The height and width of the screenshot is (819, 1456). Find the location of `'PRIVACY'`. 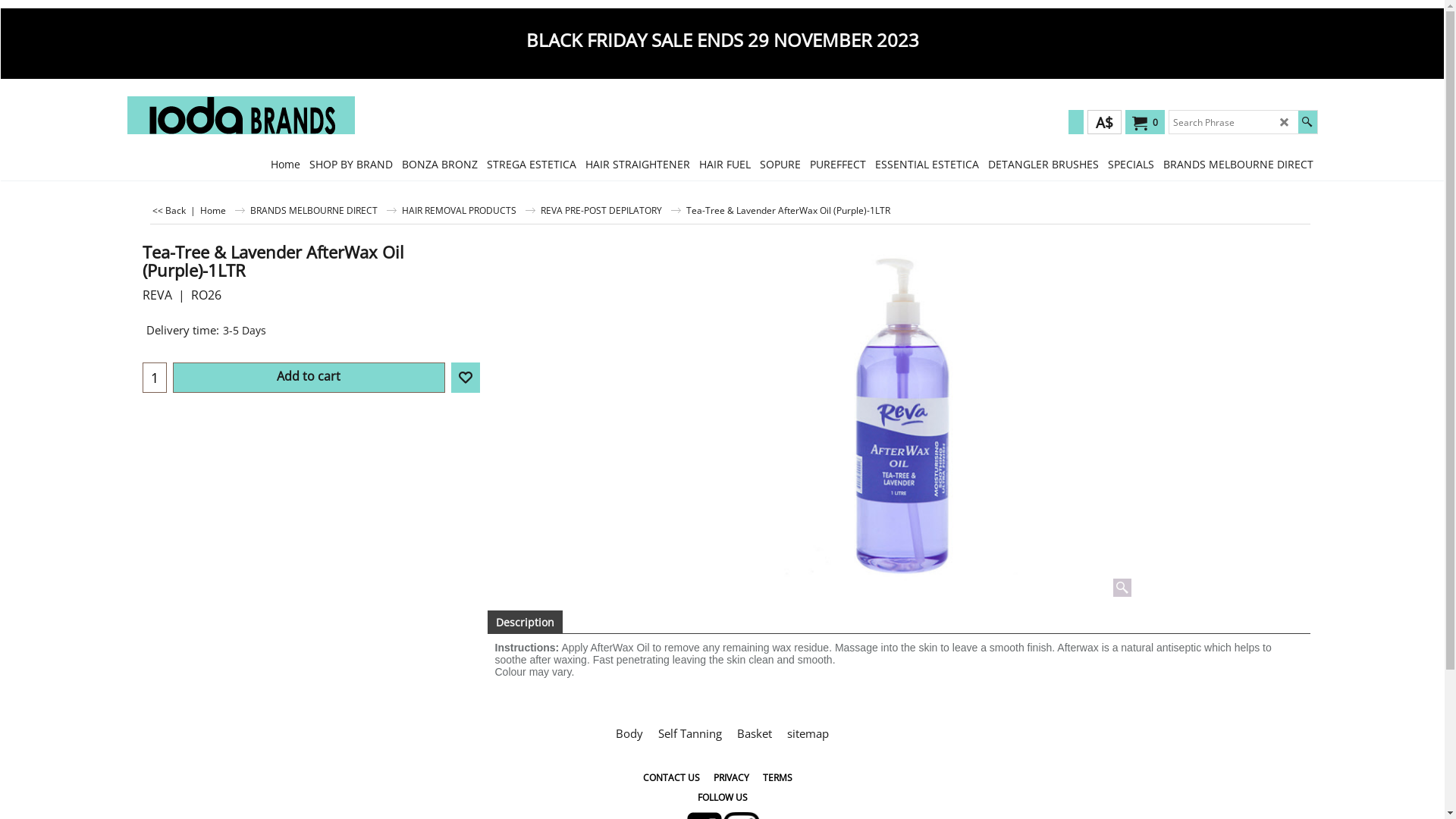

'PRIVACY' is located at coordinates (731, 777).